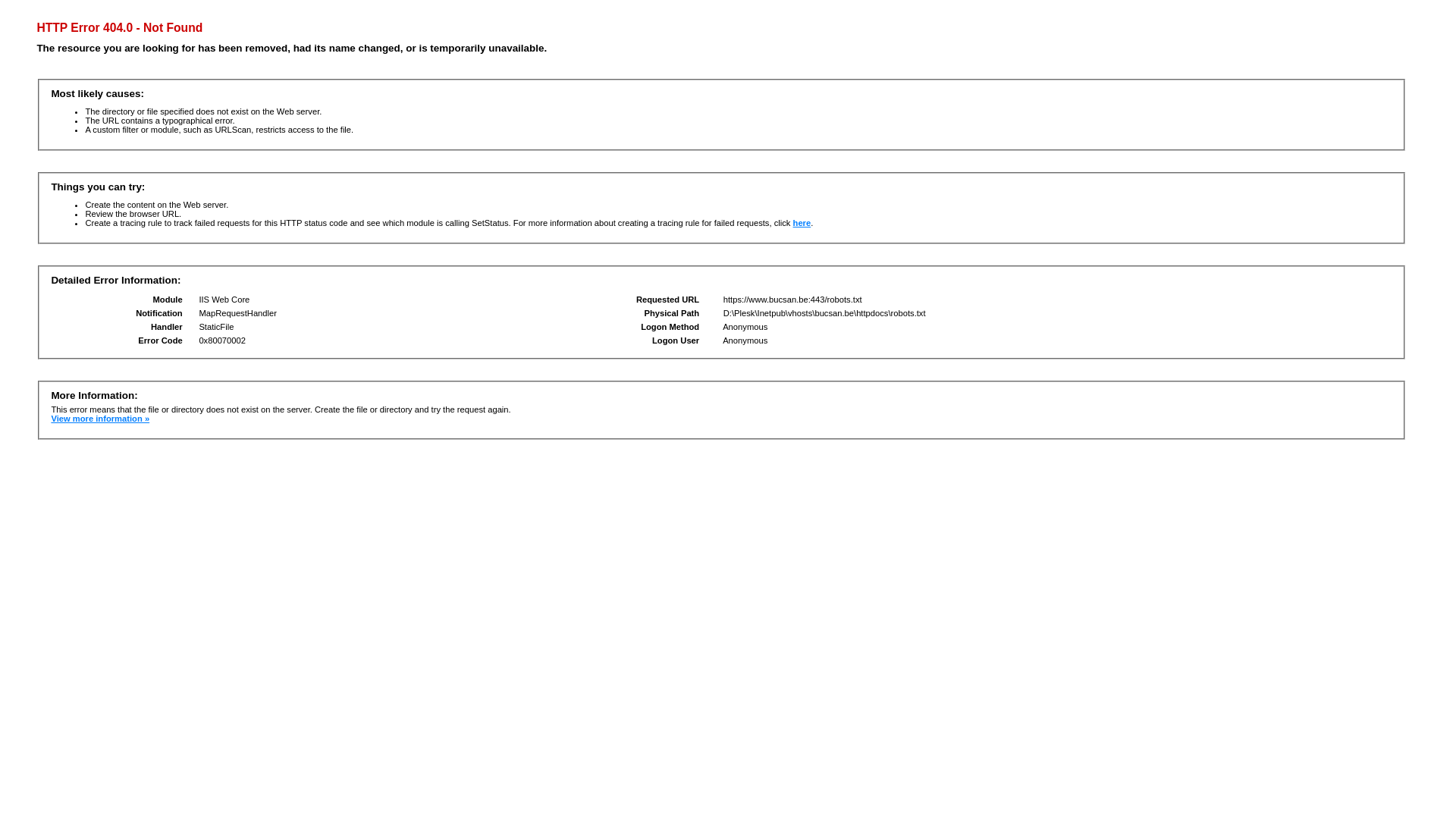  Describe the element at coordinates (801, 222) in the screenshot. I see `'here'` at that location.